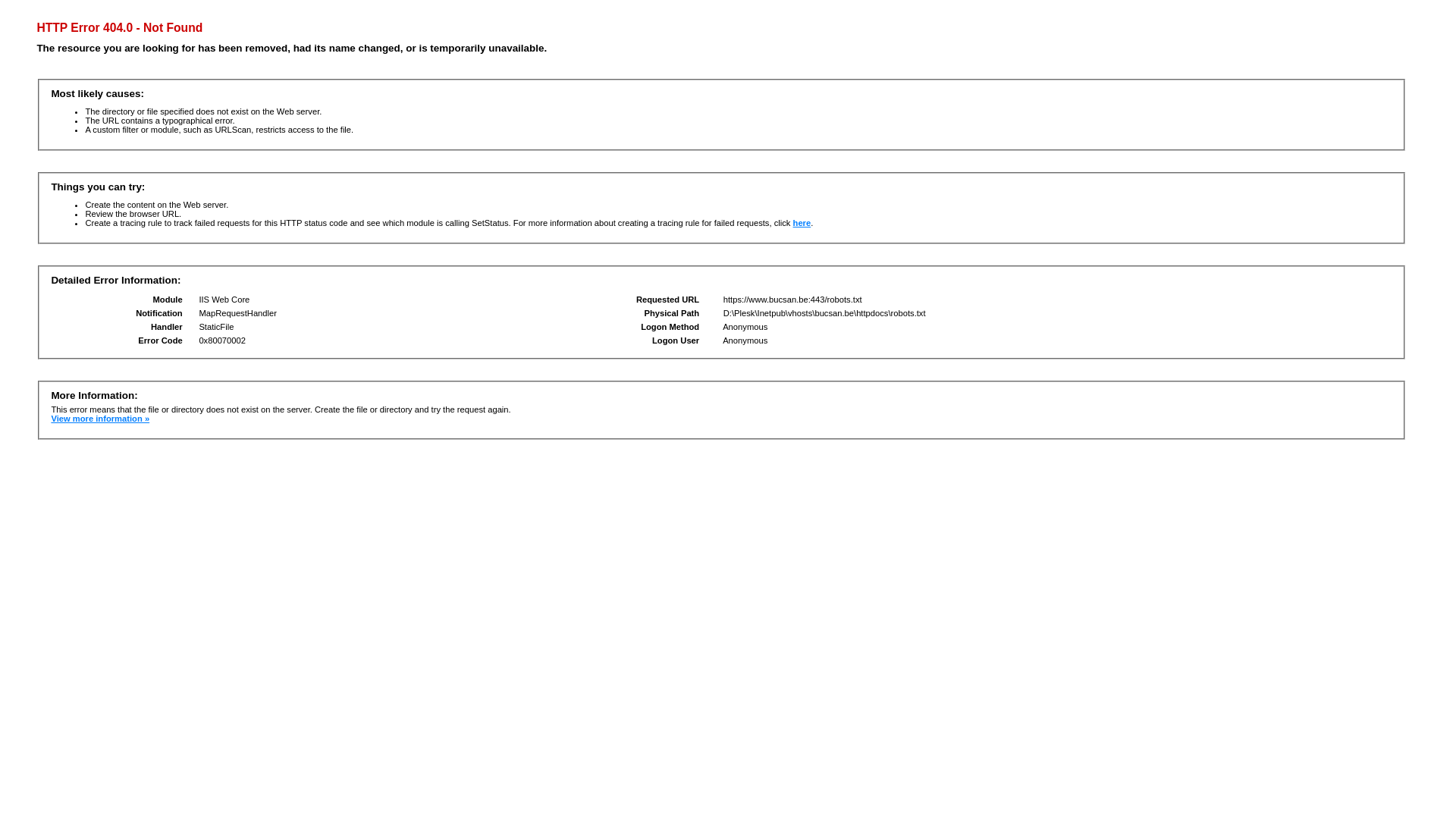  Describe the element at coordinates (801, 222) in the screenshot. I see `'here'` at that location.